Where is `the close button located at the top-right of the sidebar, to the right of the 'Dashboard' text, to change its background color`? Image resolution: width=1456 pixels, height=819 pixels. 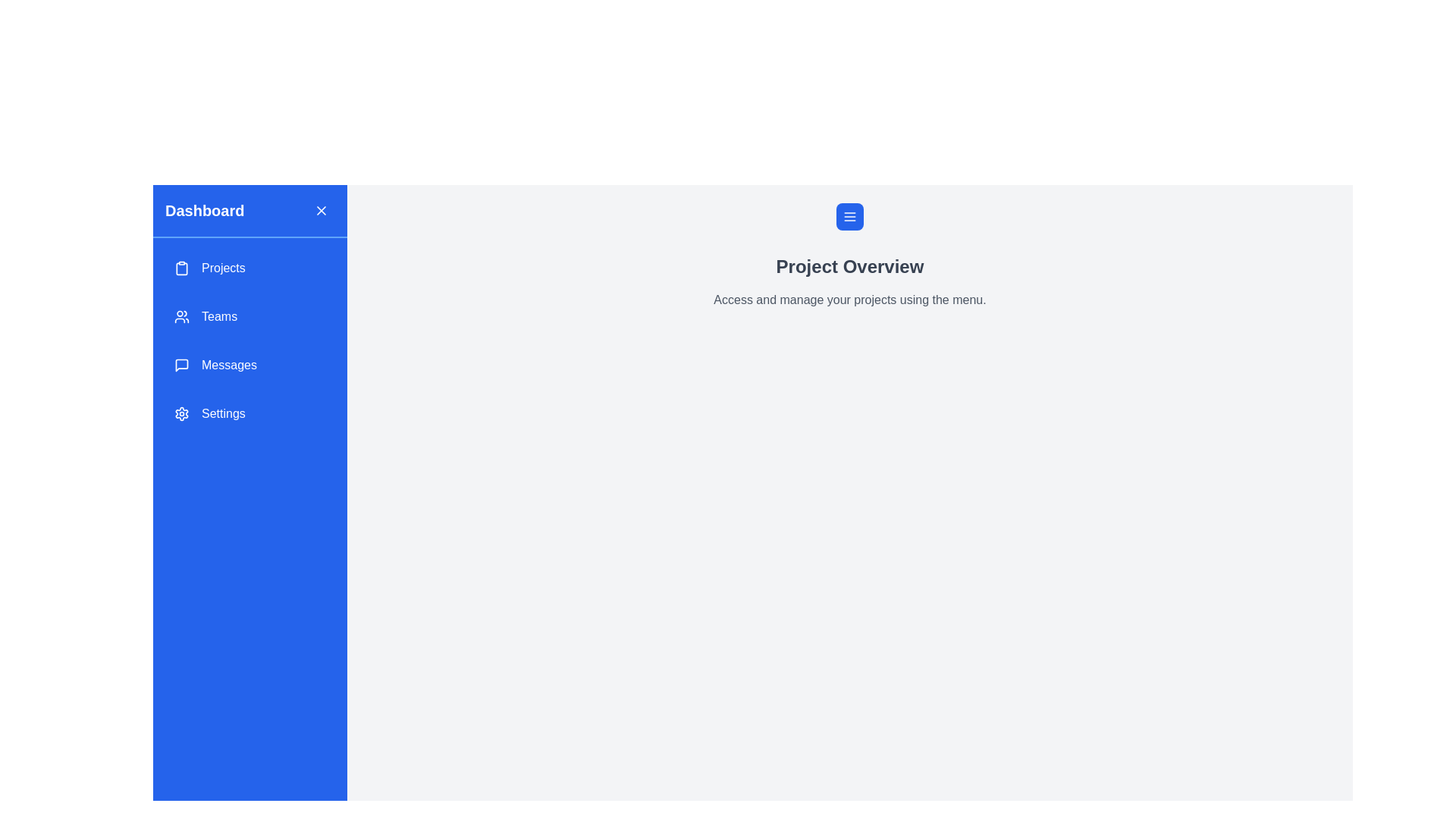
the close button located at the top-right of the sidebar, to the right of the 'Dashboard' text, to change its background color is located at coordinates (320, 210).